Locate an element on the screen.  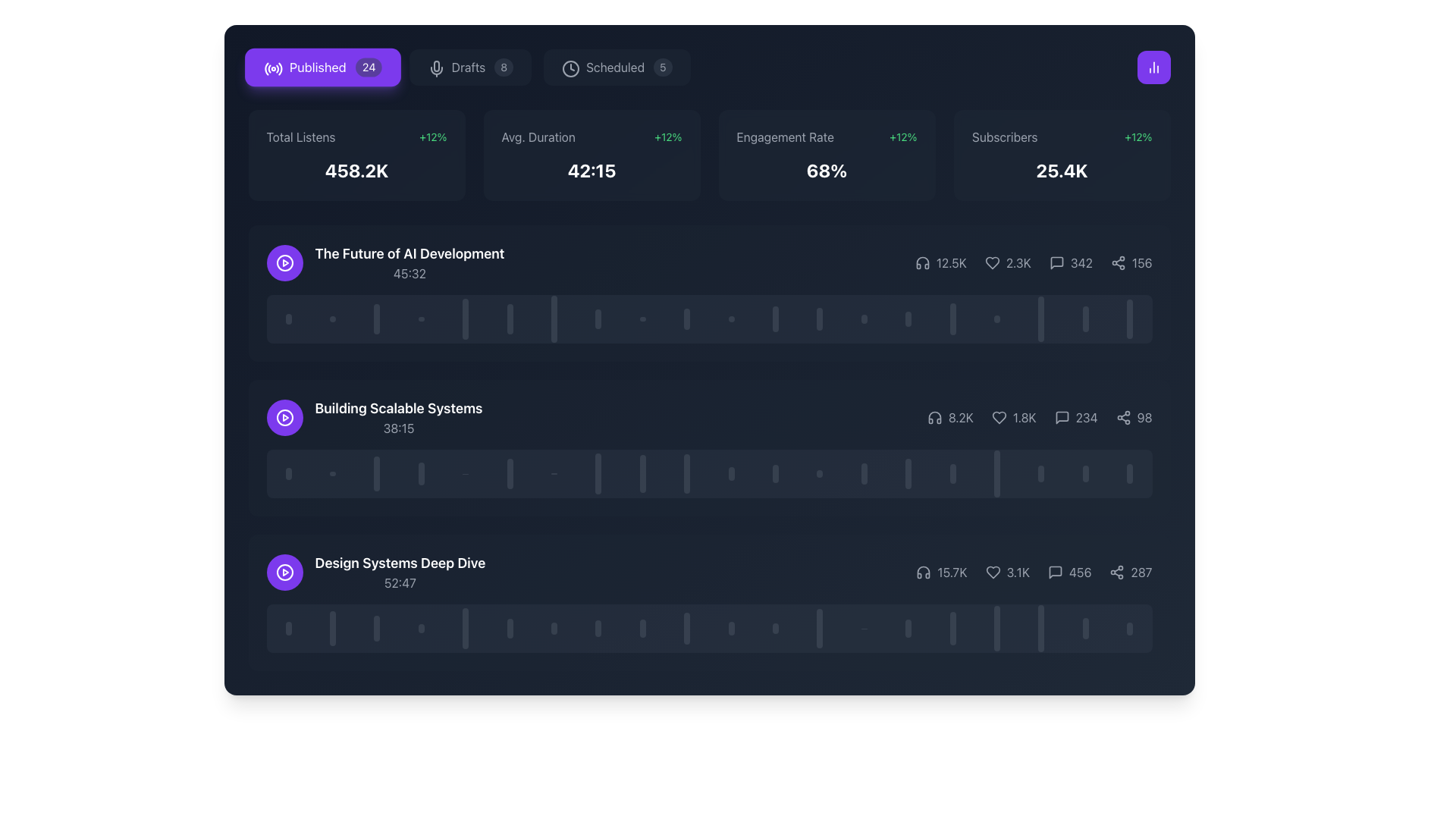
the seventeenth vertical Indicator bar in the timeline section of the page, which visually represents a data point within a series of similar bars is located at coordinates (997, 318).